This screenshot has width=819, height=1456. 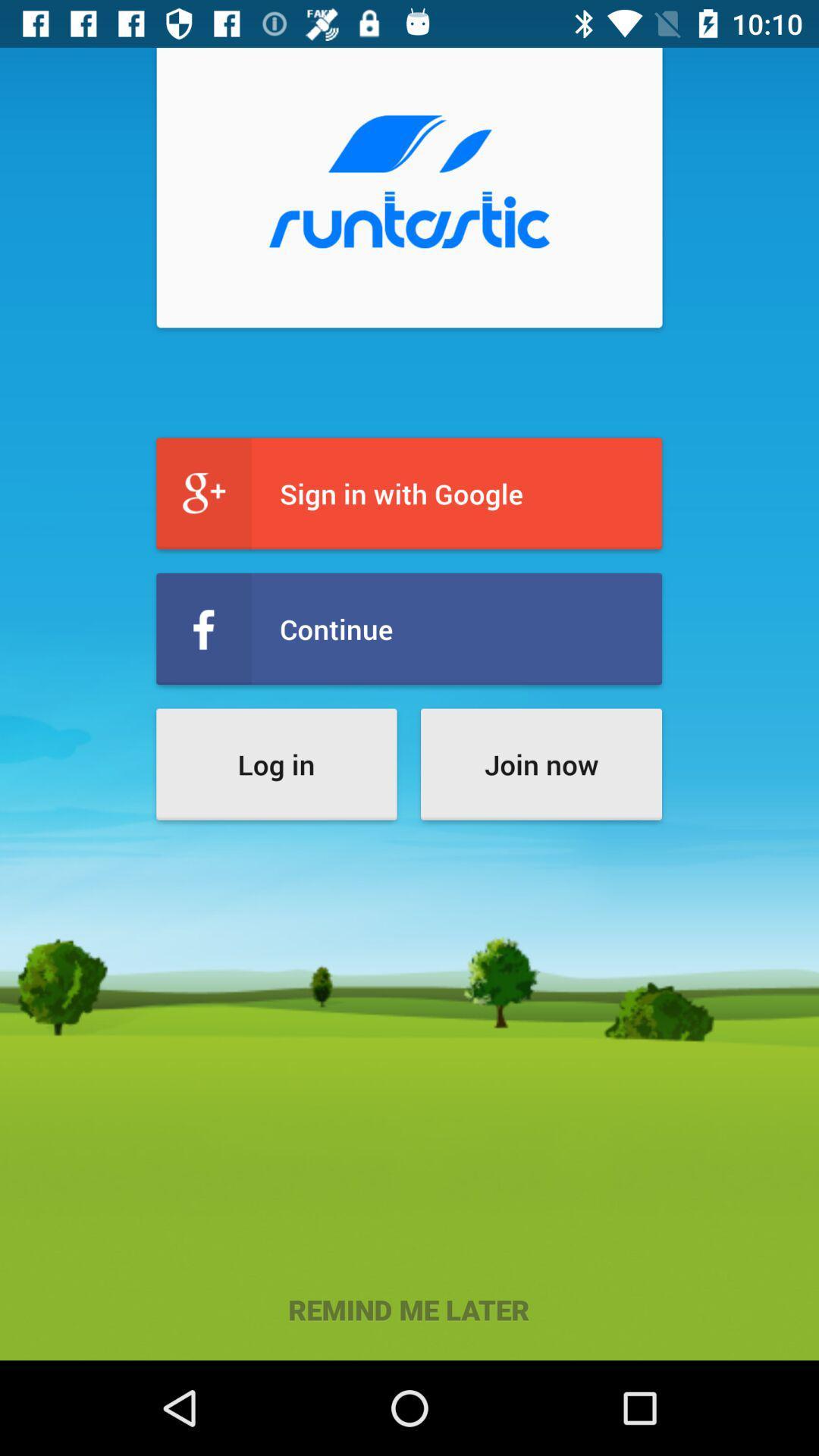 I want to click on the remind me later item, so click(x=408, y=1309).